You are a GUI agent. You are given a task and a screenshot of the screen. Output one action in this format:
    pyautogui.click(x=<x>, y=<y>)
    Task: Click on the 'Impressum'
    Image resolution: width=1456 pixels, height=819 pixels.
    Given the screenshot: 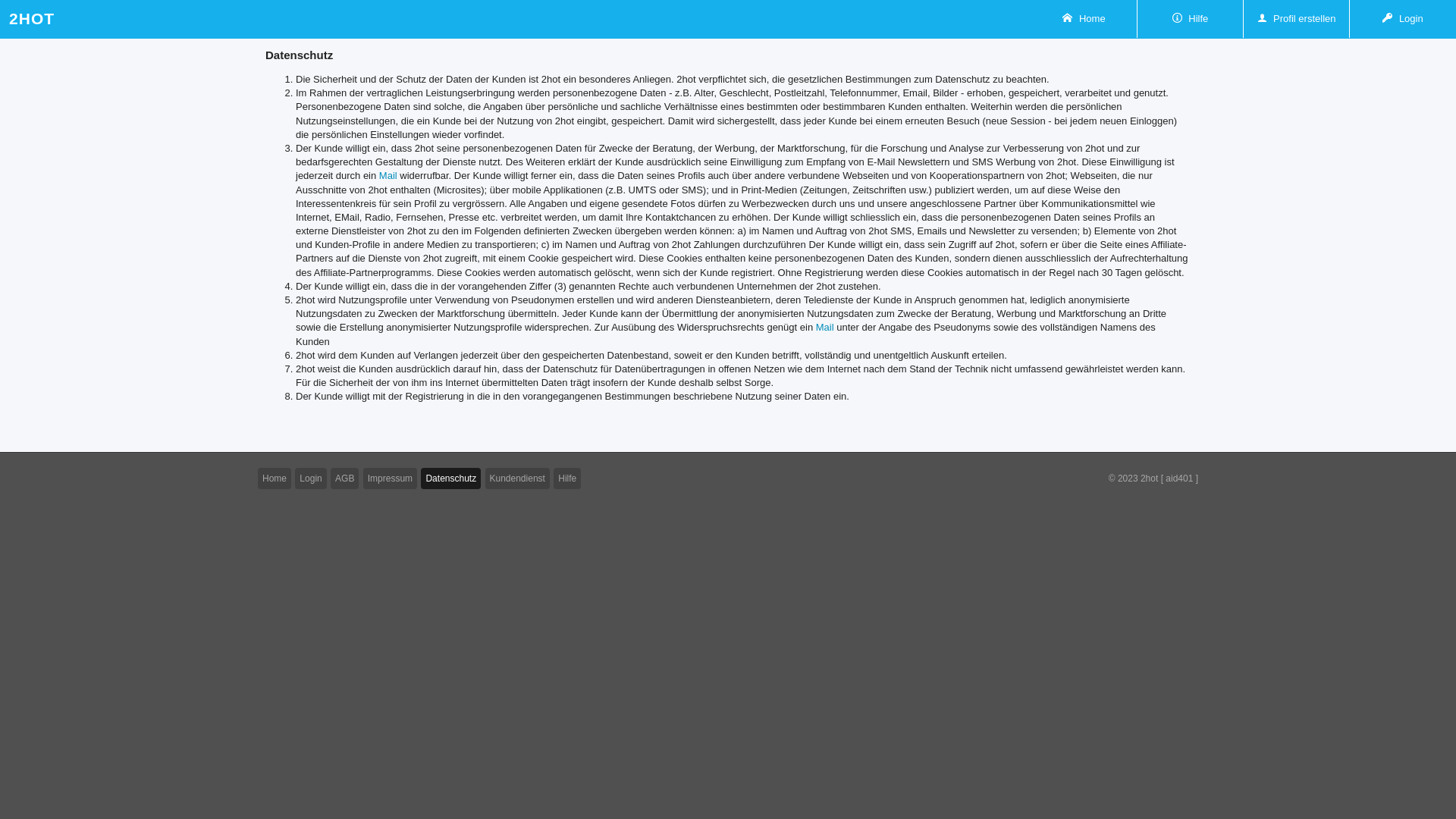 What is the action you would take?
    pyautogui.click(x=390, y=478)
    